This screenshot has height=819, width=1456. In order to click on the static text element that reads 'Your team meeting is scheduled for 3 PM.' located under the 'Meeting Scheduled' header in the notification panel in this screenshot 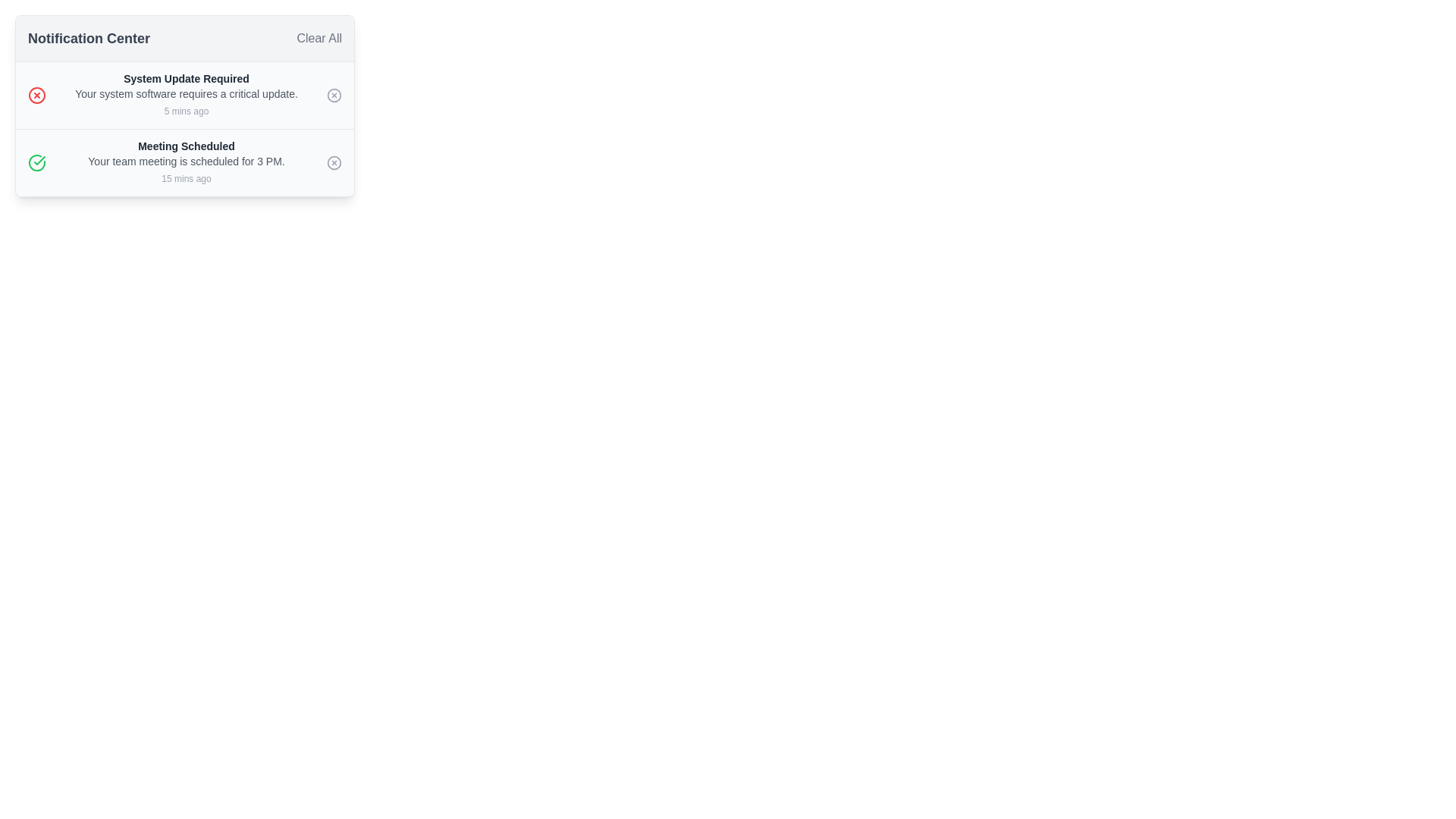, I will do `click(185, 161)`.